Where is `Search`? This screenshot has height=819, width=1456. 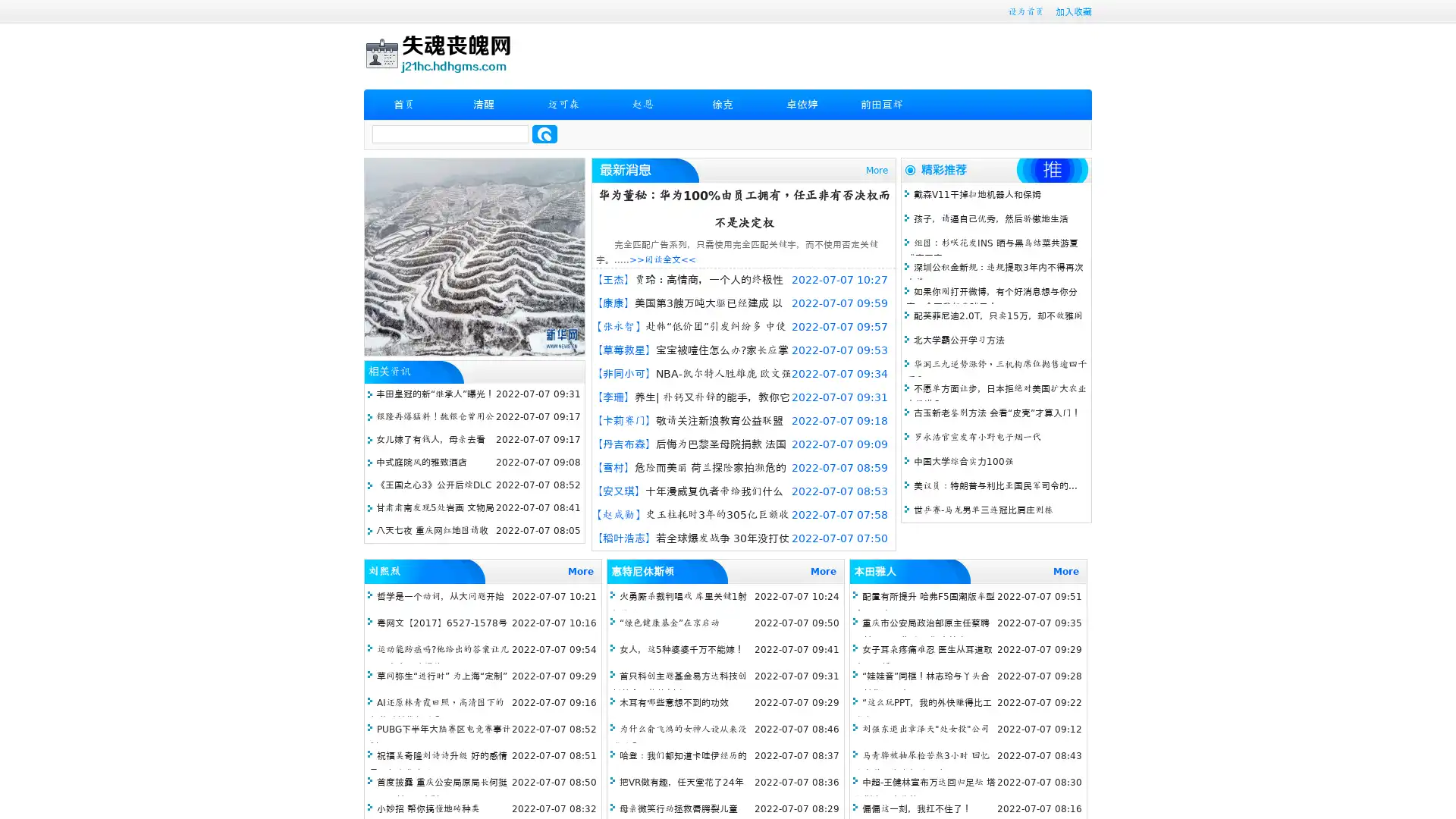
Search is located at coordinates (544, 133).